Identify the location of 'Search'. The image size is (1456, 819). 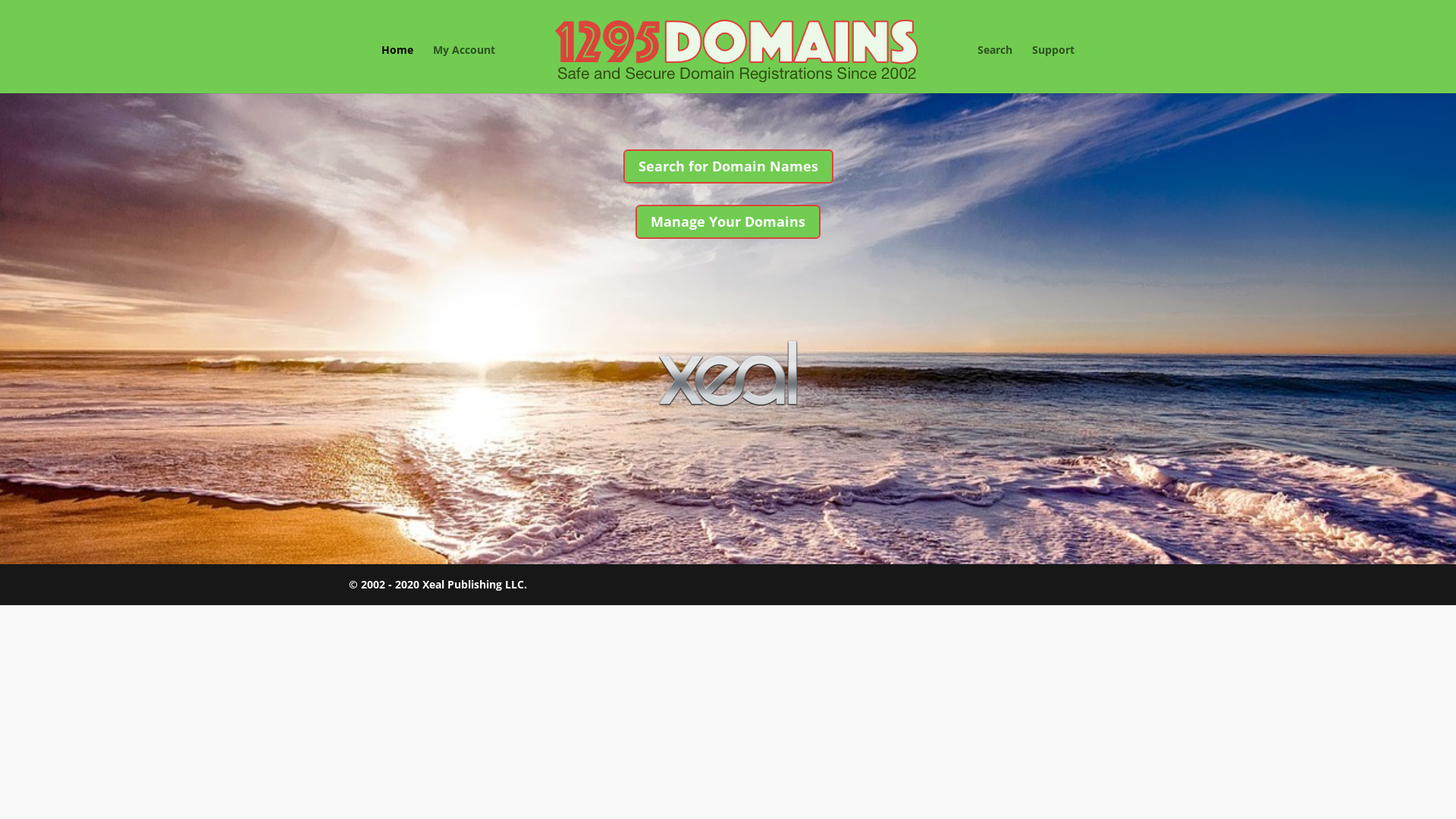
(977, 69).